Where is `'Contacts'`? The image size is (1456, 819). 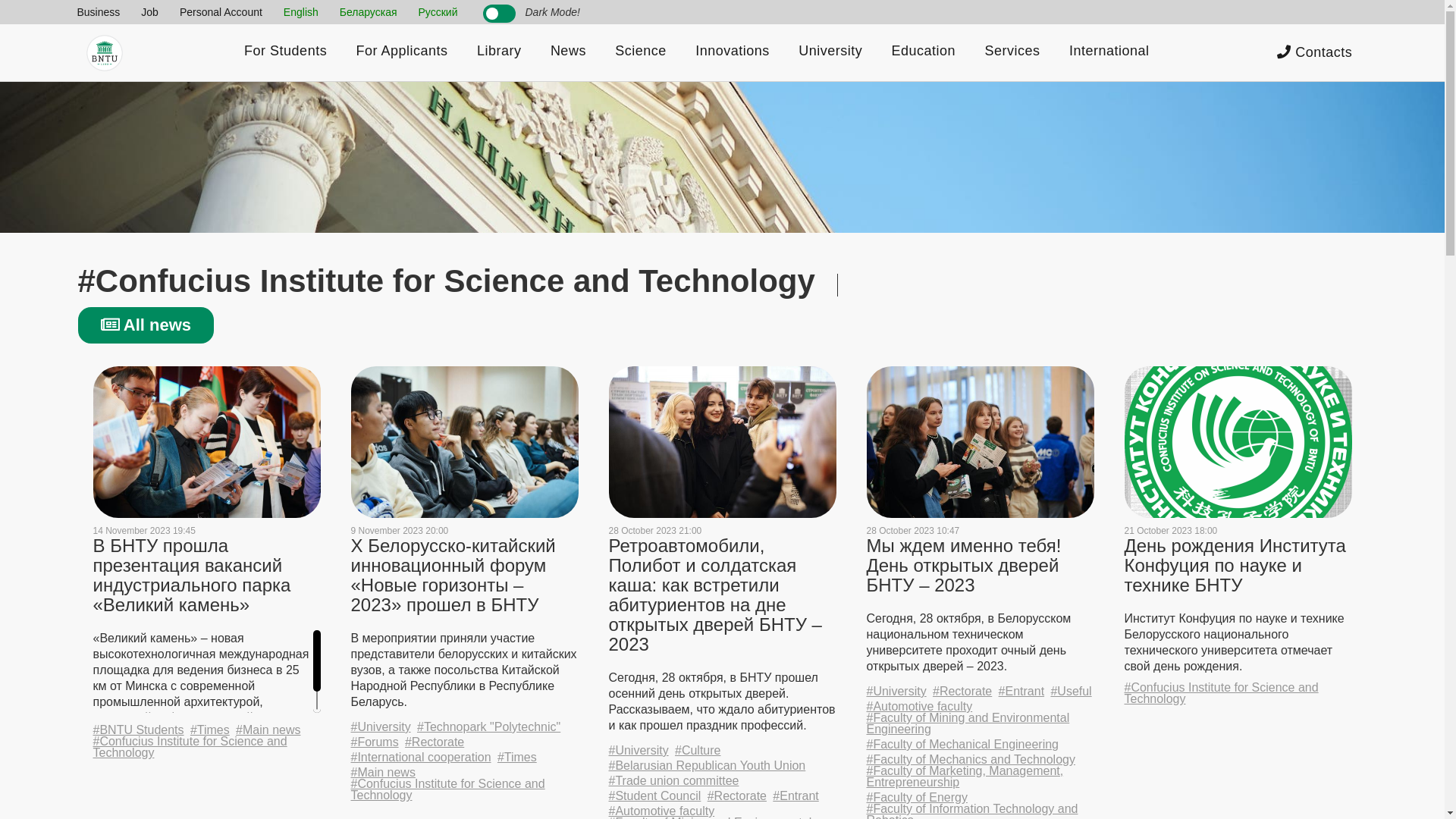
'Contacts' is located at coordinates (1313, 52).